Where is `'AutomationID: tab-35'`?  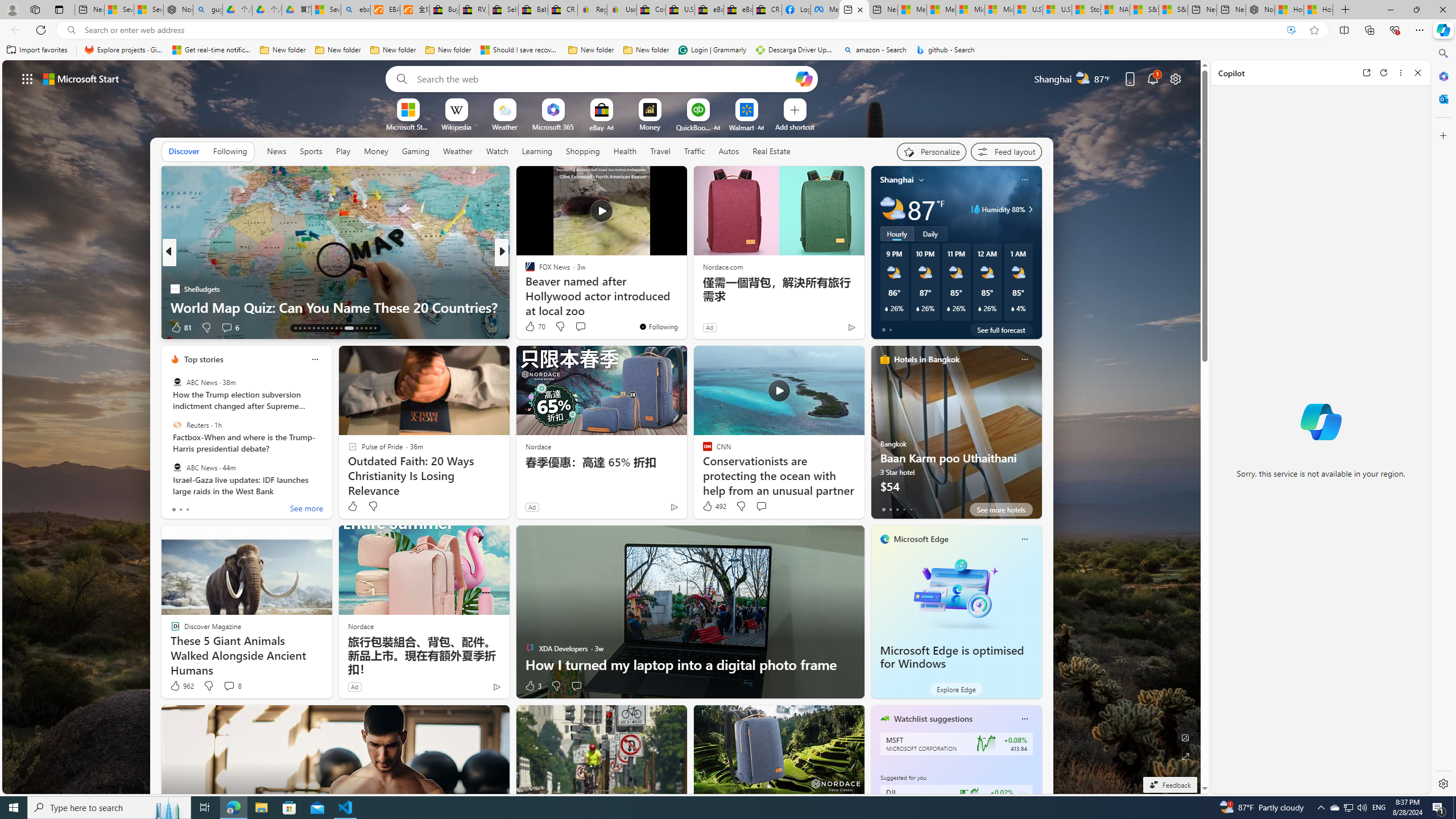 'AutomationID: tab-35' is located at coordinates (375, 328).